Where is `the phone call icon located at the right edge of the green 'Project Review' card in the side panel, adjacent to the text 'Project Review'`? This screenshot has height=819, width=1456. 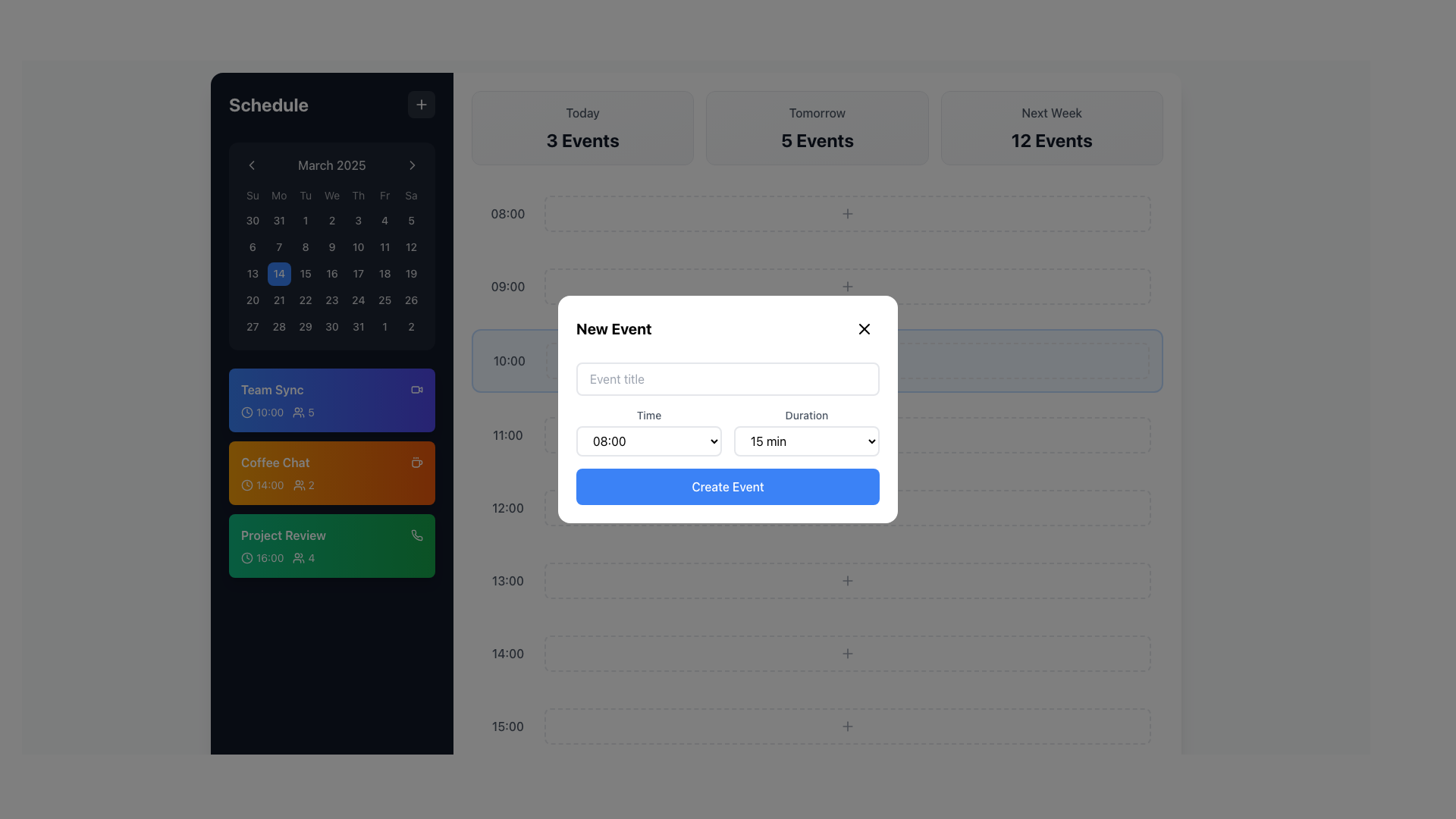 the phone call icon located at the right edge of the green 'Project Review' card in the side panel, adjacent to the text 'Project Review' is located at coordinates (417, 534).